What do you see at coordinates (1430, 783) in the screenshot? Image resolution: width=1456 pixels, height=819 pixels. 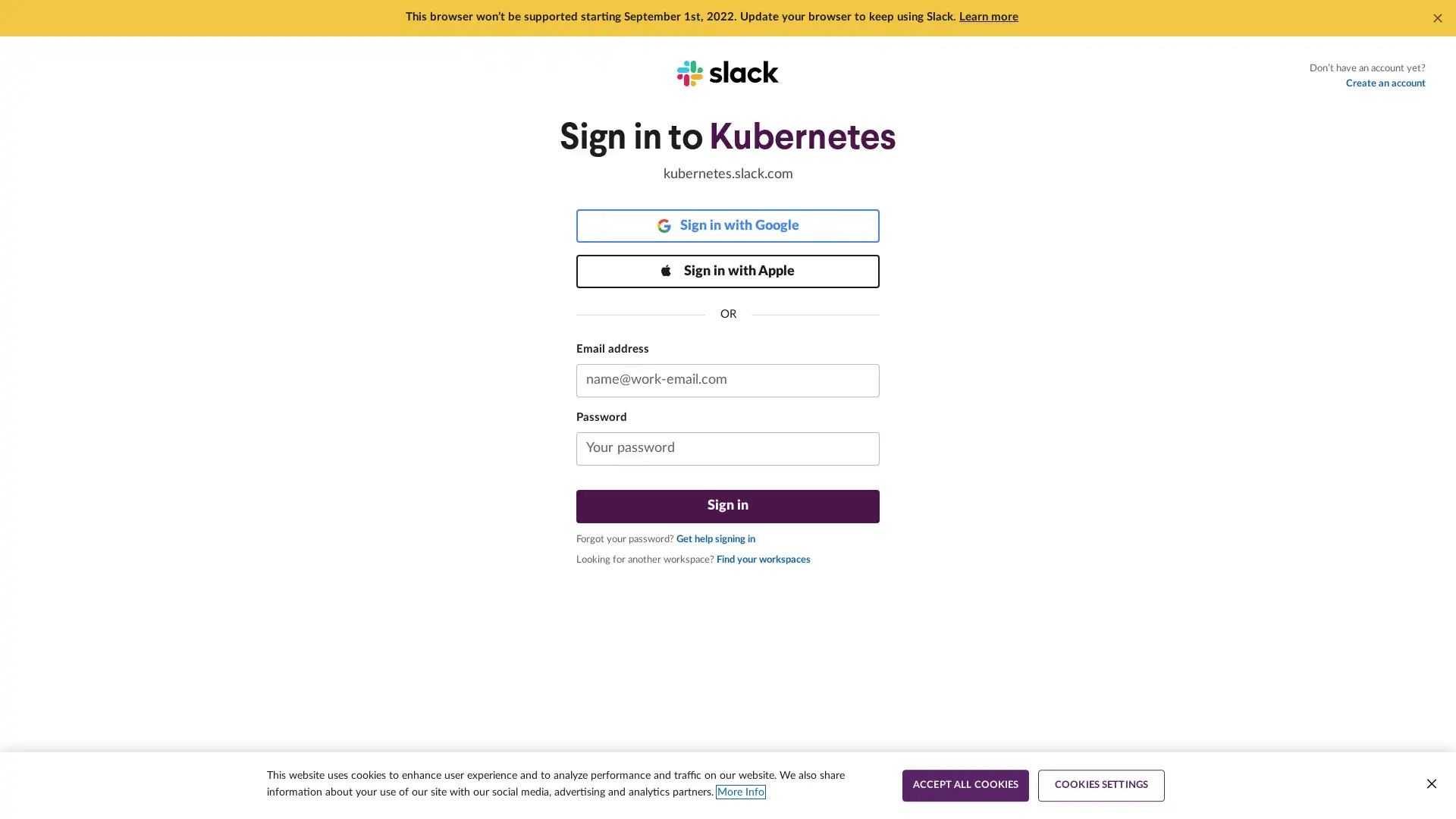 I see `Close` at bounding box center [1430, 783].